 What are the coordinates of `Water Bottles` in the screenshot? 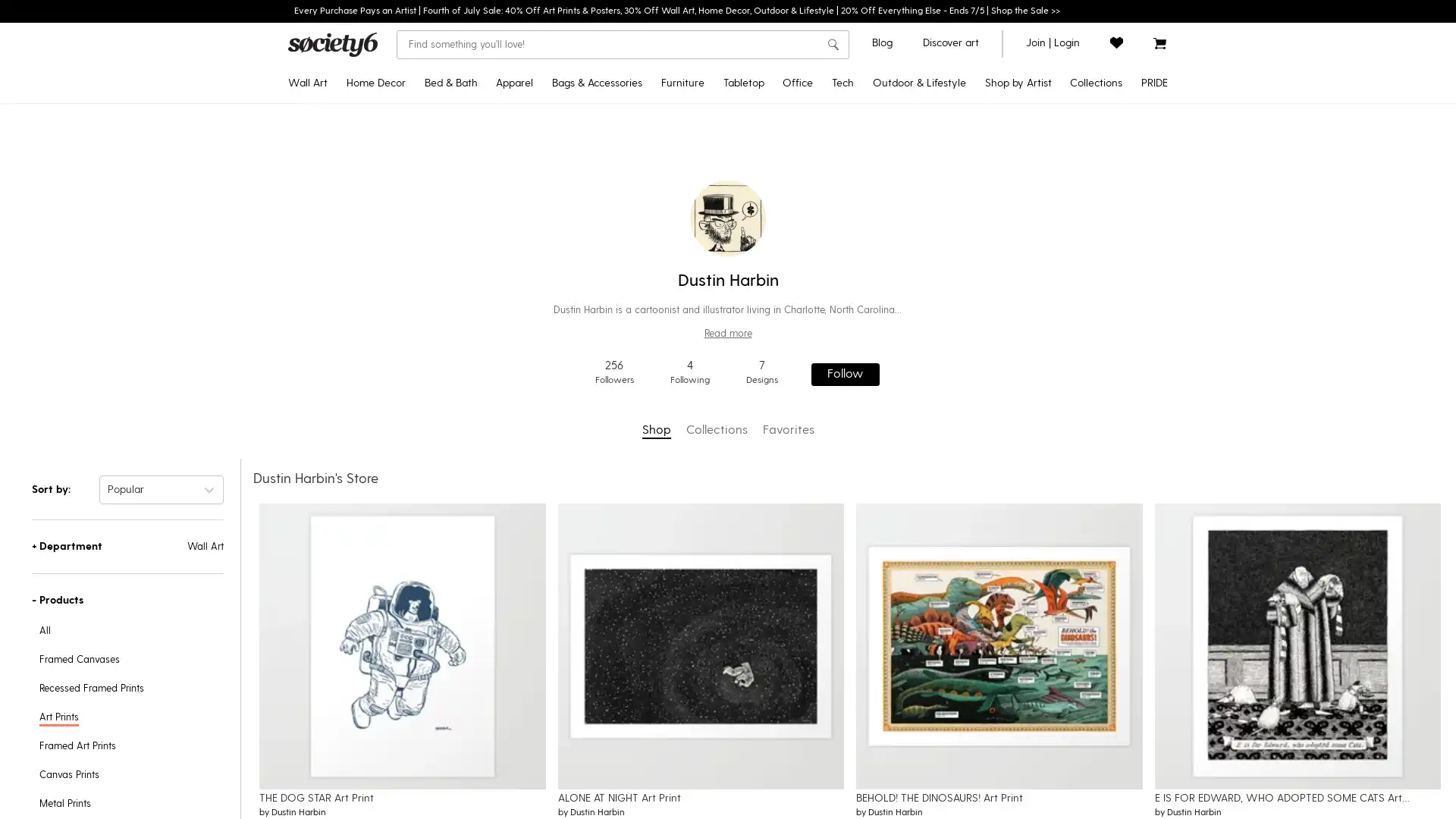 It's located at (771, 268).